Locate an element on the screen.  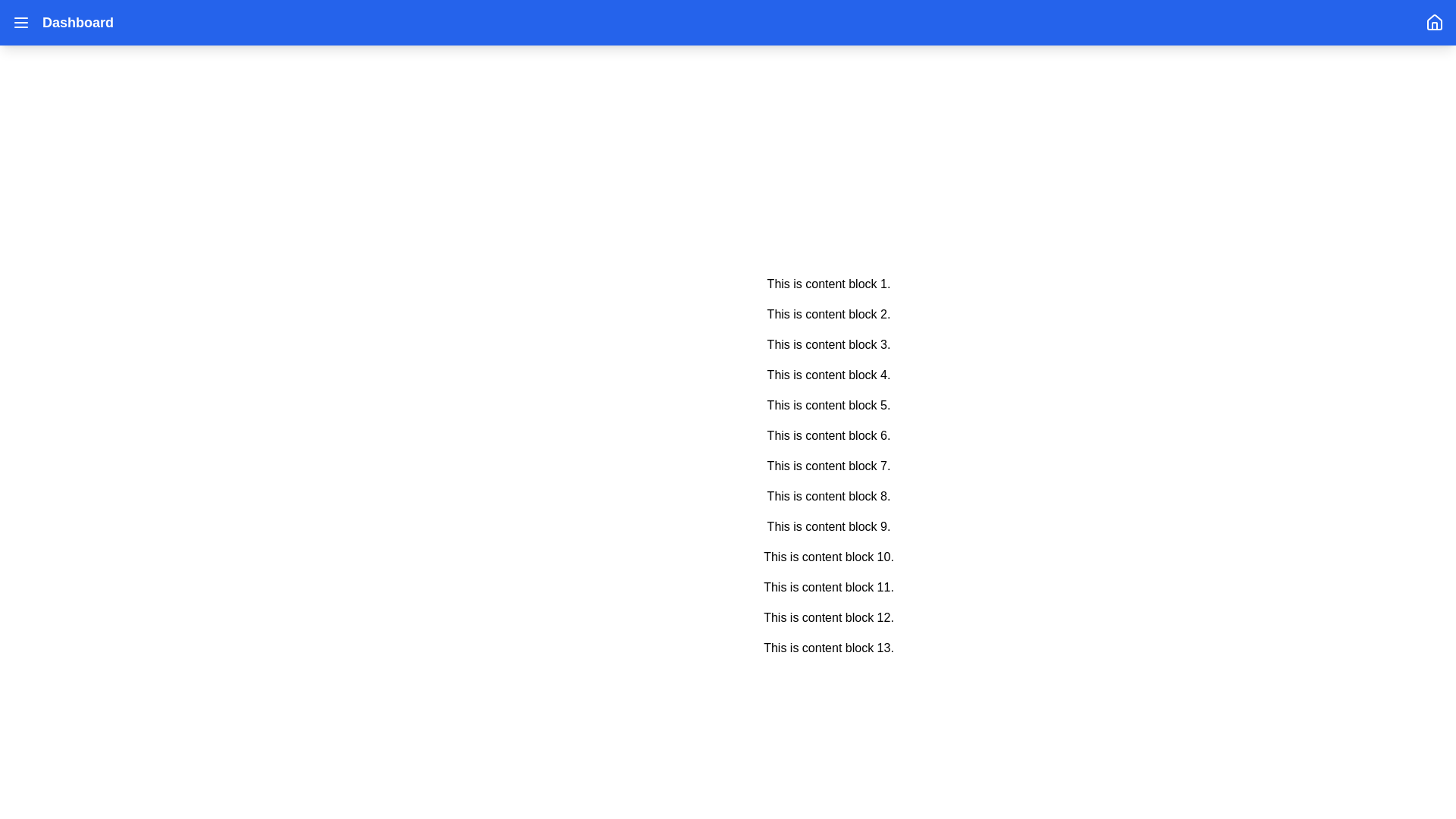
the ninth static text block is located at coordinates (828, 526).